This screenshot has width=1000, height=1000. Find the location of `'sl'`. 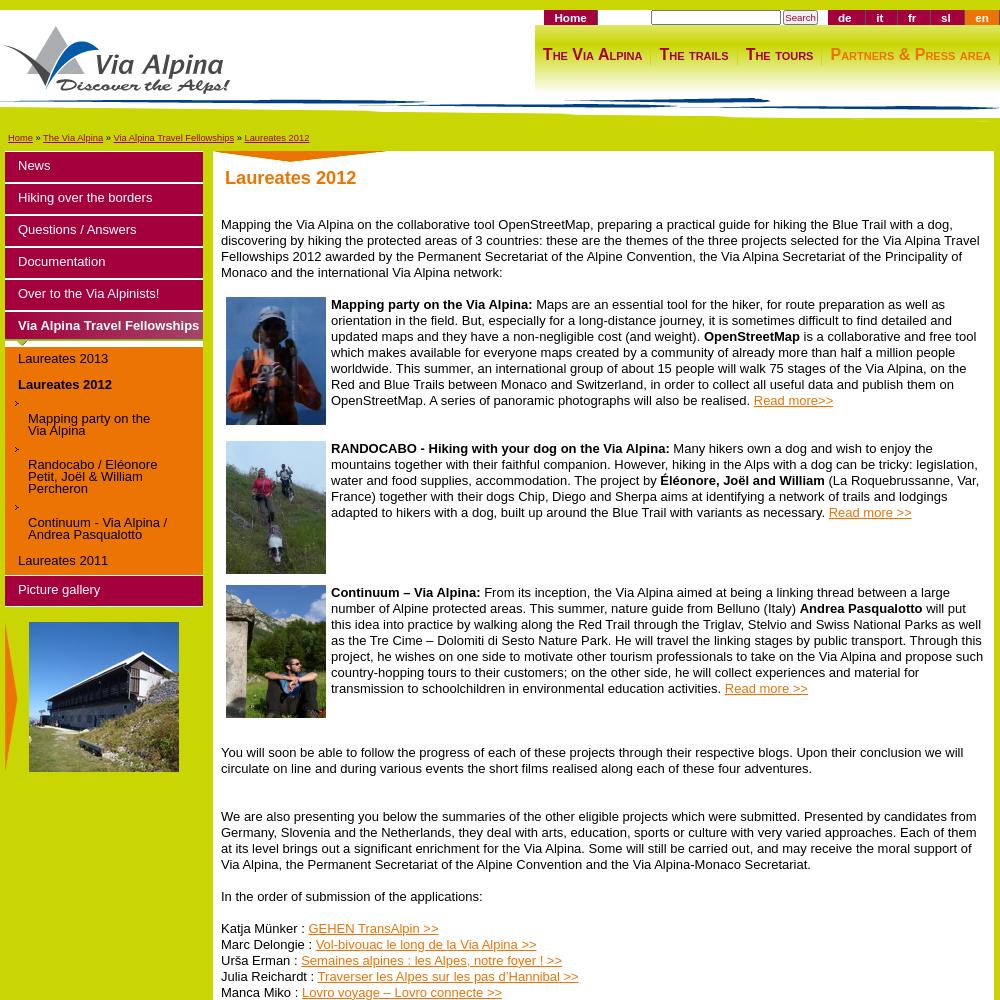

'sl' is located at coordinates (944, 17).